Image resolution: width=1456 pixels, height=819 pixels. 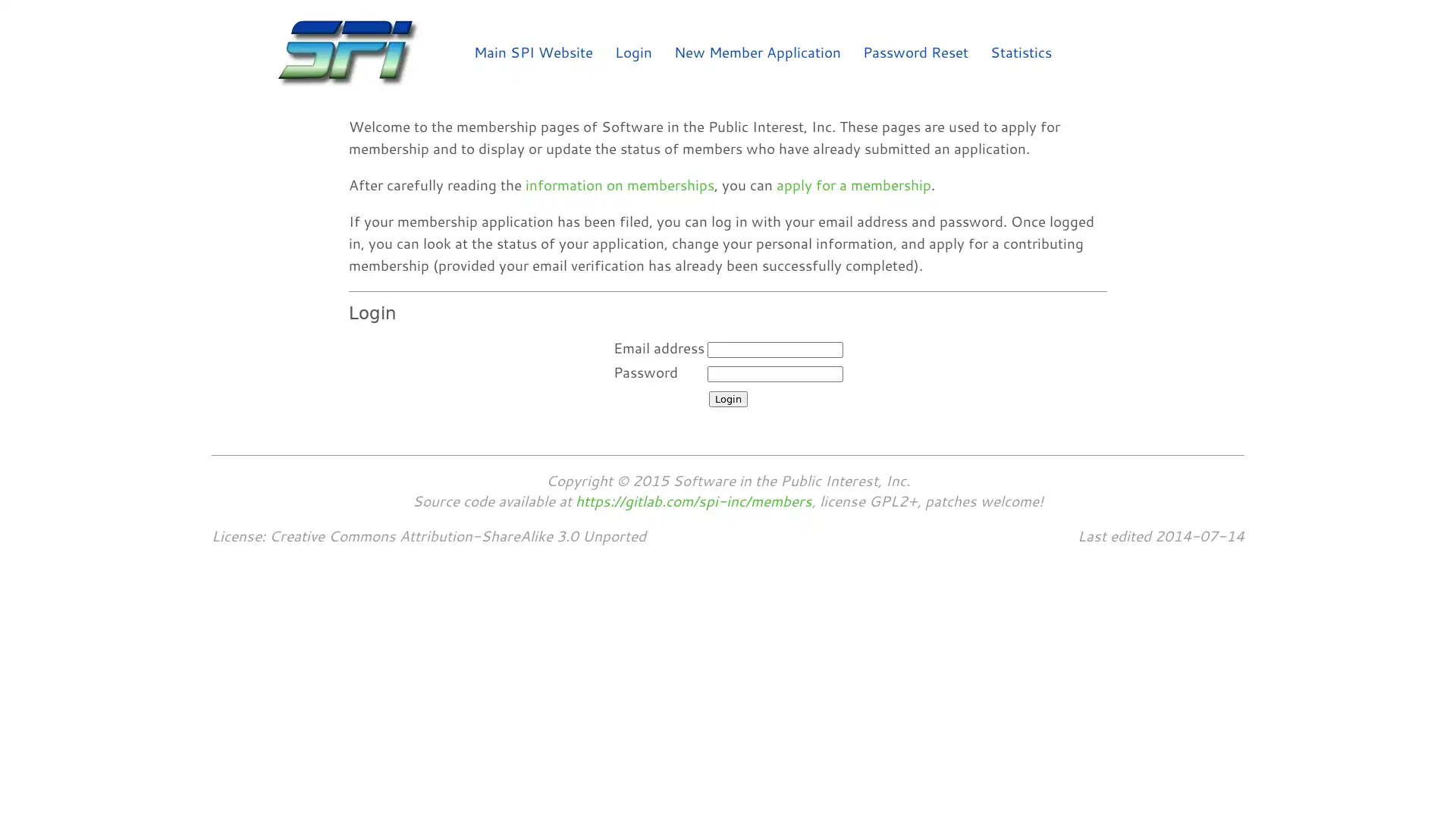 I want to click on Login, so click(x=726, y=398).